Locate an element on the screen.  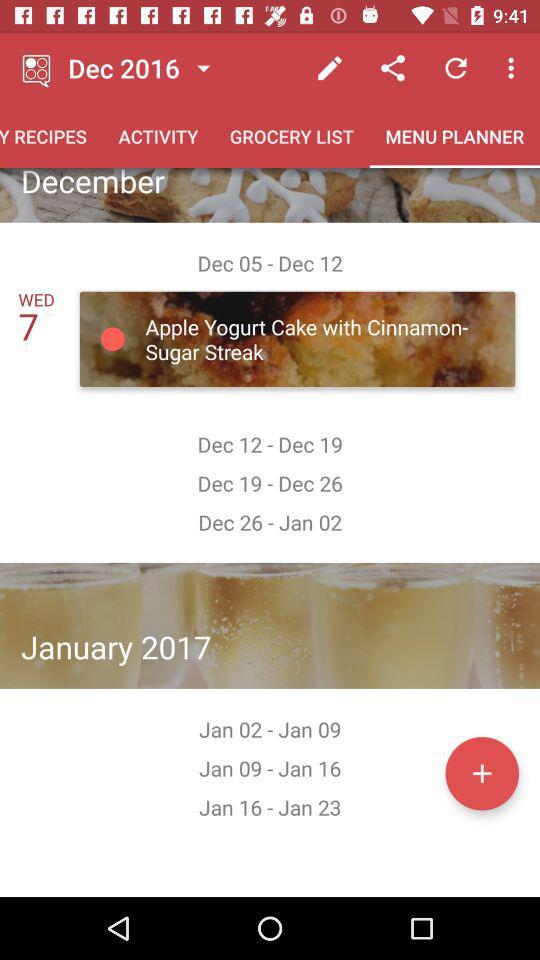
information is located at coordinates (481, 772).